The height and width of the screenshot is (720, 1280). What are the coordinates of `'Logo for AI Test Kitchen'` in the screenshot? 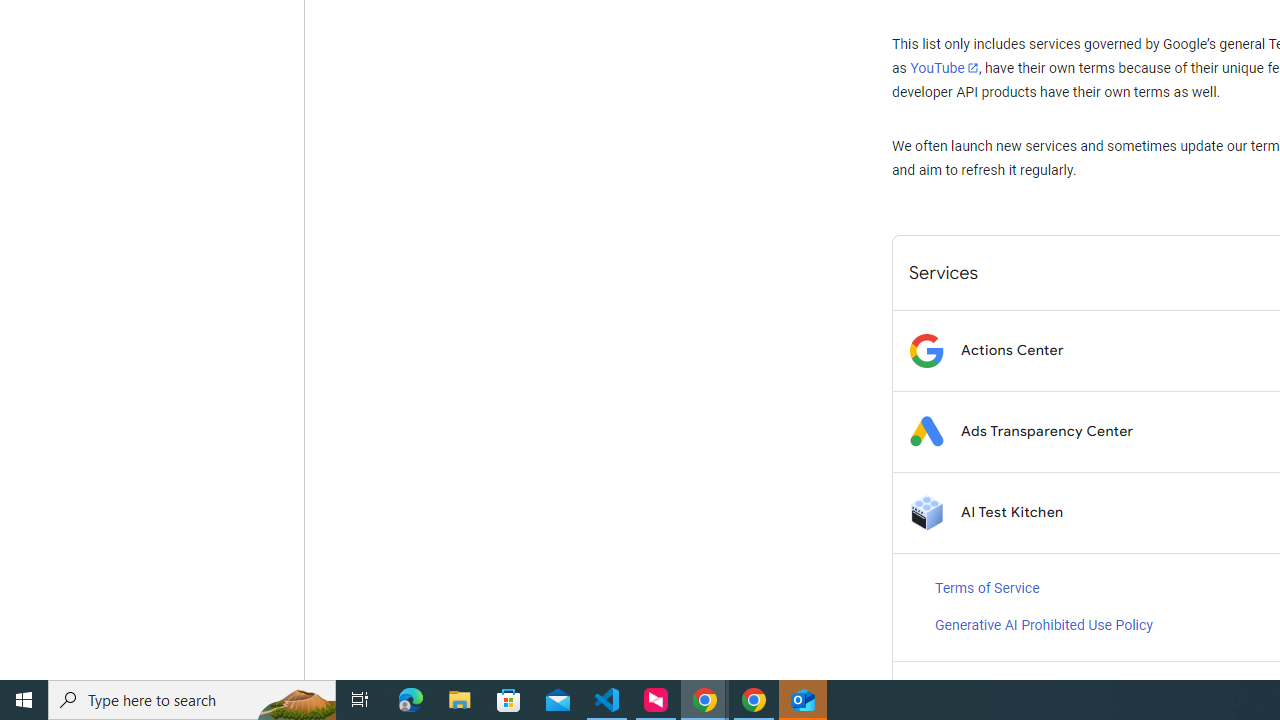 It's located at (925, 511).